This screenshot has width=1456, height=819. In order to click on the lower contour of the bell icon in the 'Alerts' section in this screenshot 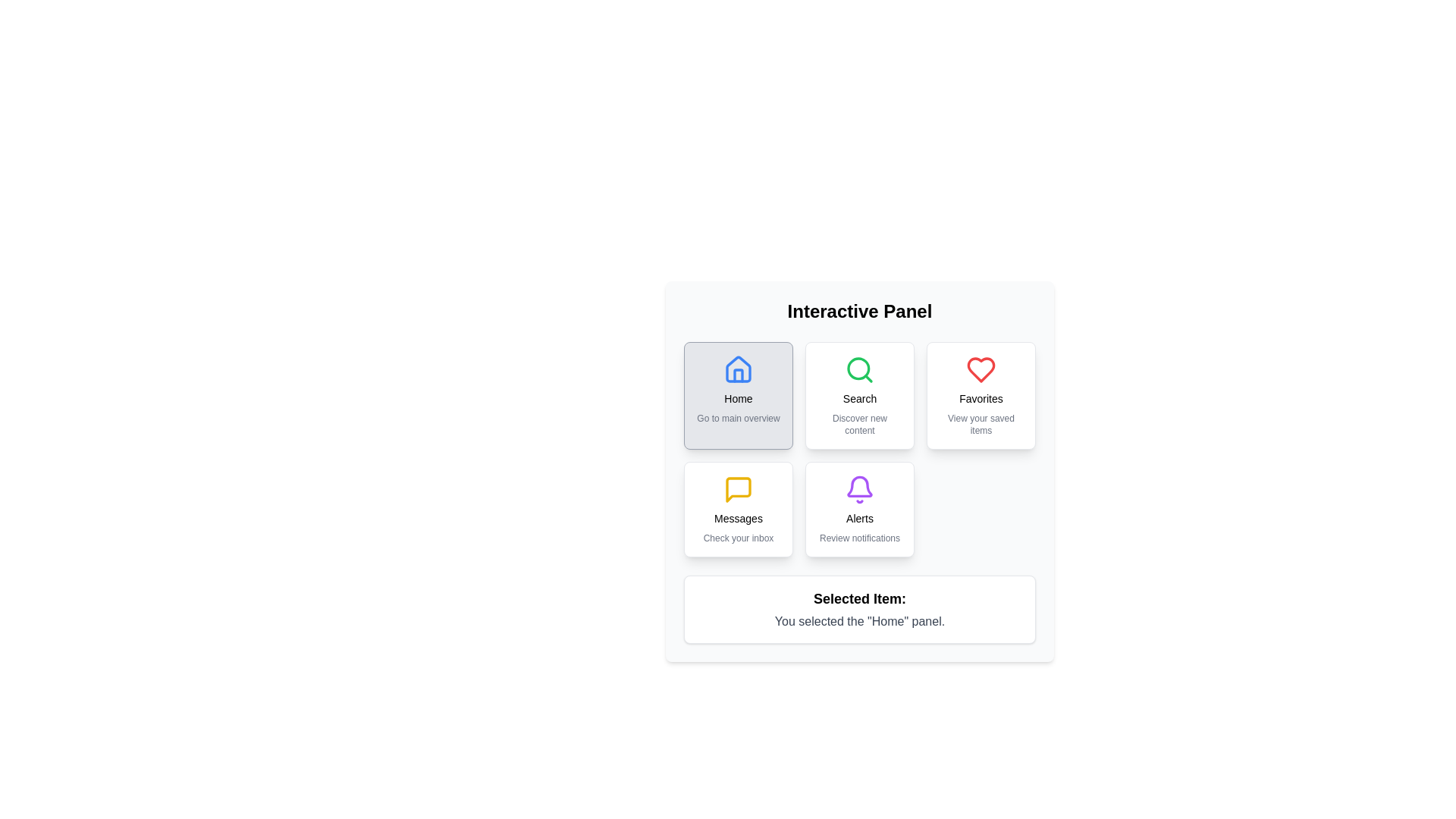, I will do `click(859, 486)`.